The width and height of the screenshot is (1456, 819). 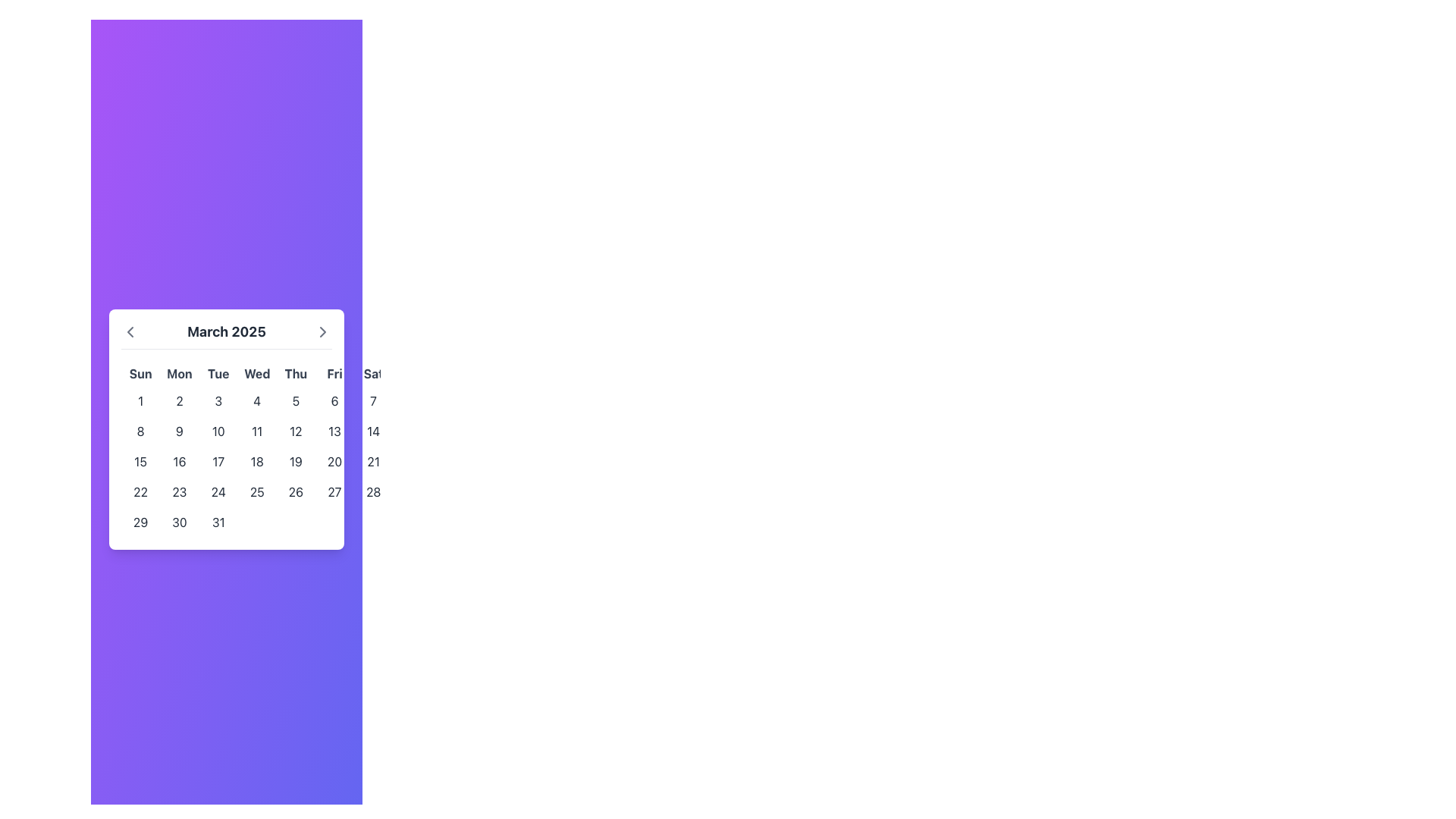 I want to click on the text label displaying 'Mon', which is part of a horizontal sequence of day abbreviations in the calendar widget, so click(x=179, y=373).